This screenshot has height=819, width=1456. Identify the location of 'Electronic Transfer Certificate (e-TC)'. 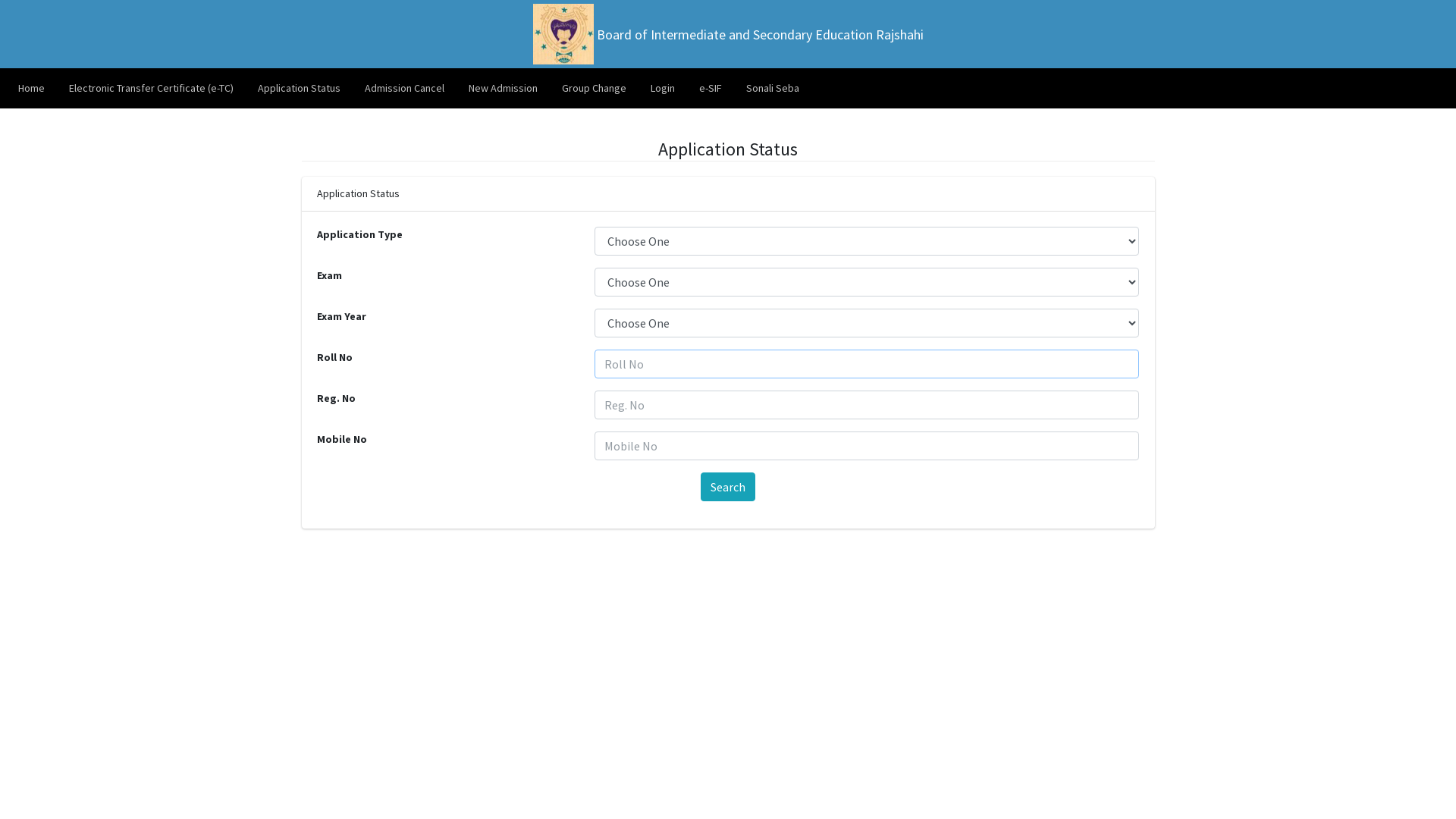
(151, 88).